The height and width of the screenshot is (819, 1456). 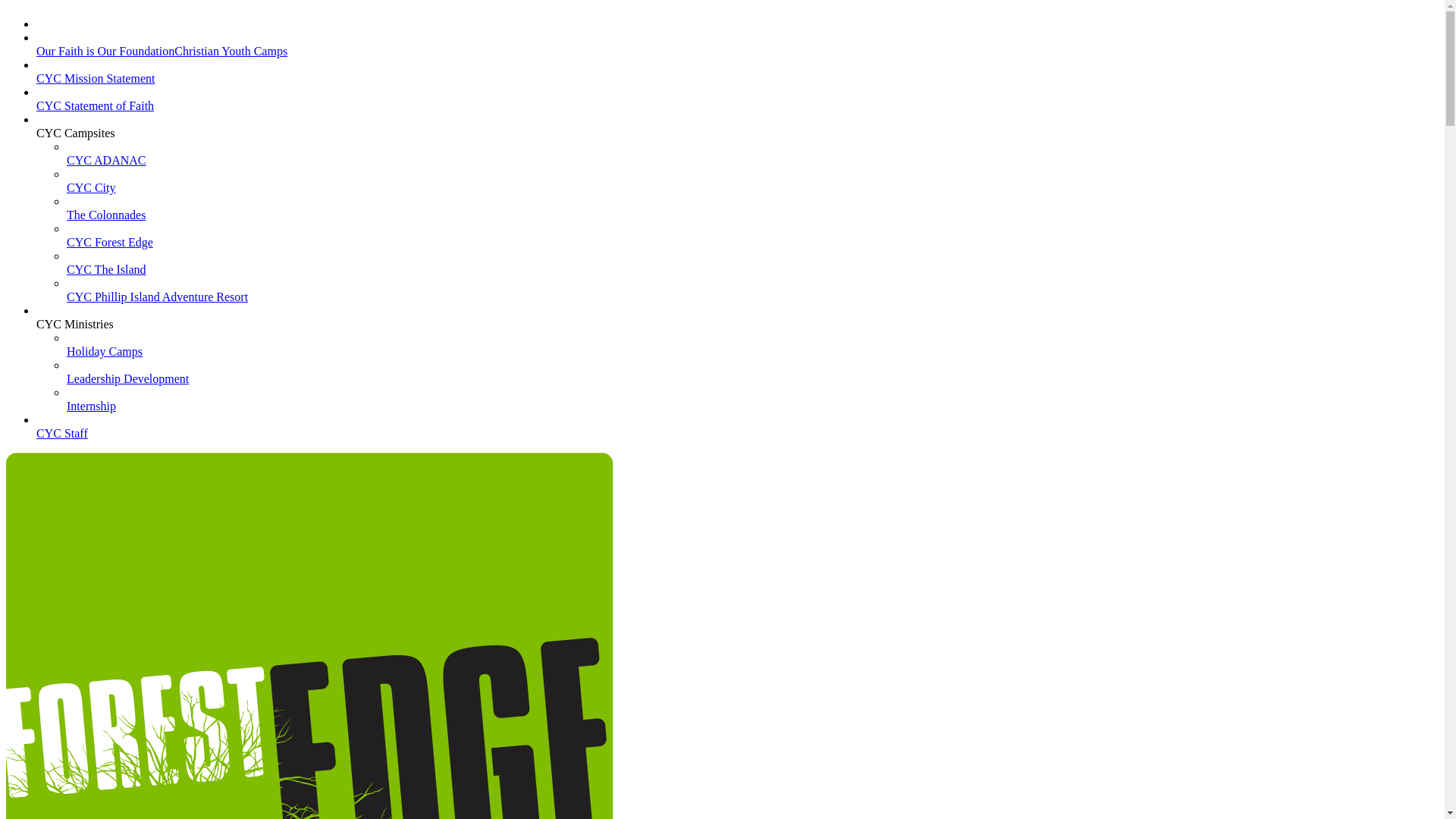 What do you see at coordinates (157, 303) in the screenshot?
I see `'CYC Phillip Island Adventure Resort'` at bounding box center [157, 303].